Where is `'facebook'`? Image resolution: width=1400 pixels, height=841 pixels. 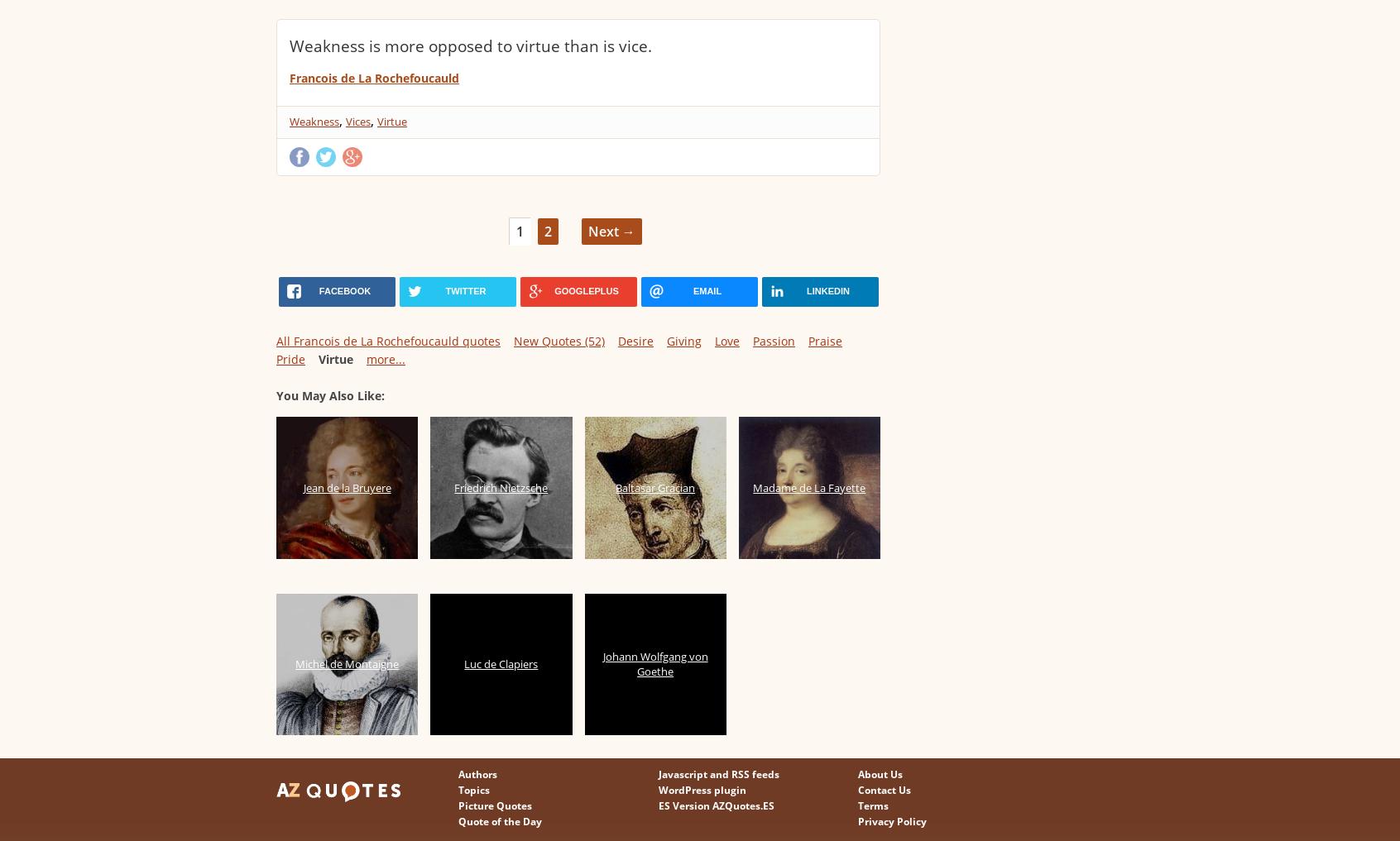 'facebook' is located at coordinates (344, 289).